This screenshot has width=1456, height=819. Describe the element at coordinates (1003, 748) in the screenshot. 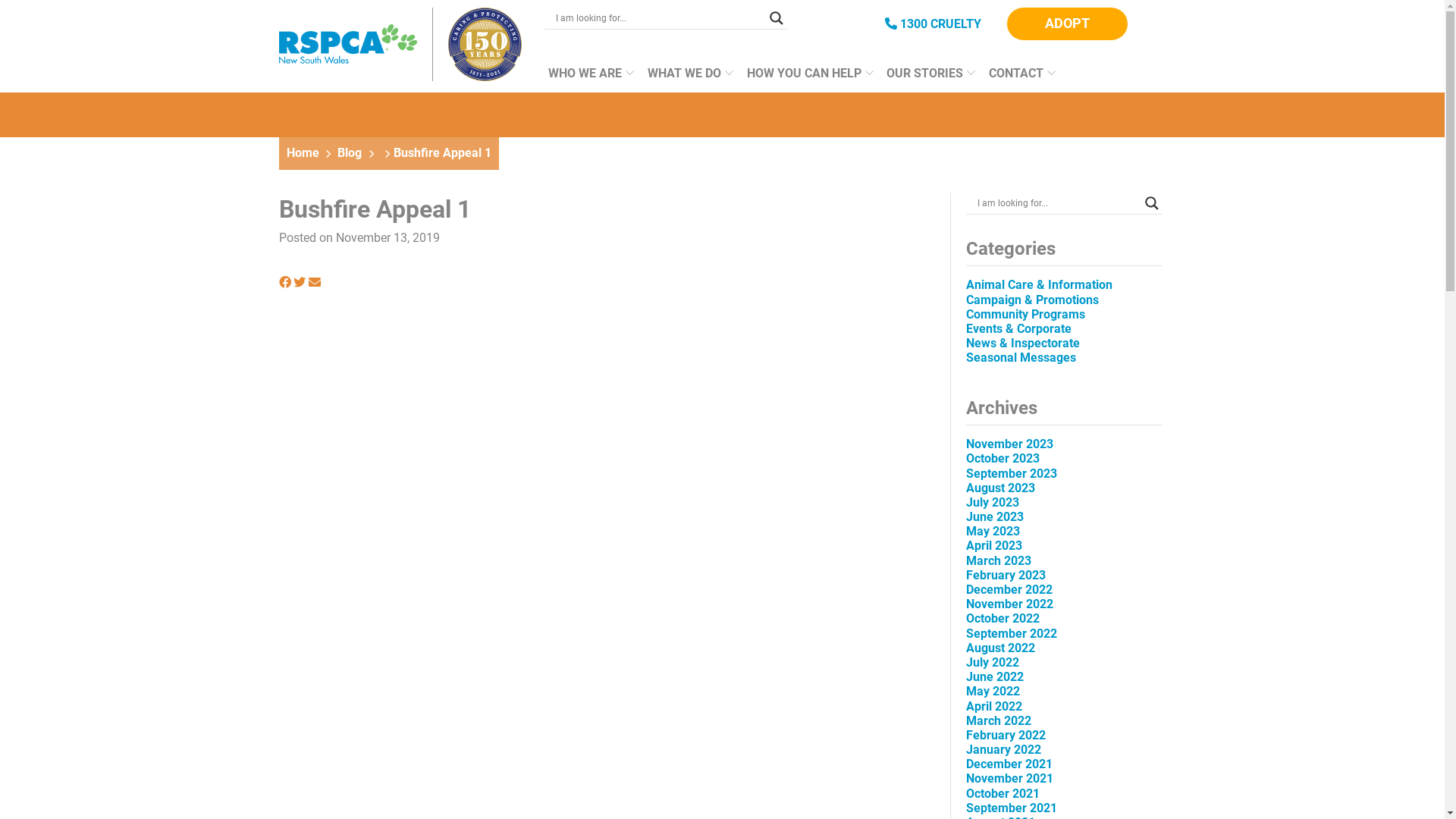

I see `'January 2022'` at that location.